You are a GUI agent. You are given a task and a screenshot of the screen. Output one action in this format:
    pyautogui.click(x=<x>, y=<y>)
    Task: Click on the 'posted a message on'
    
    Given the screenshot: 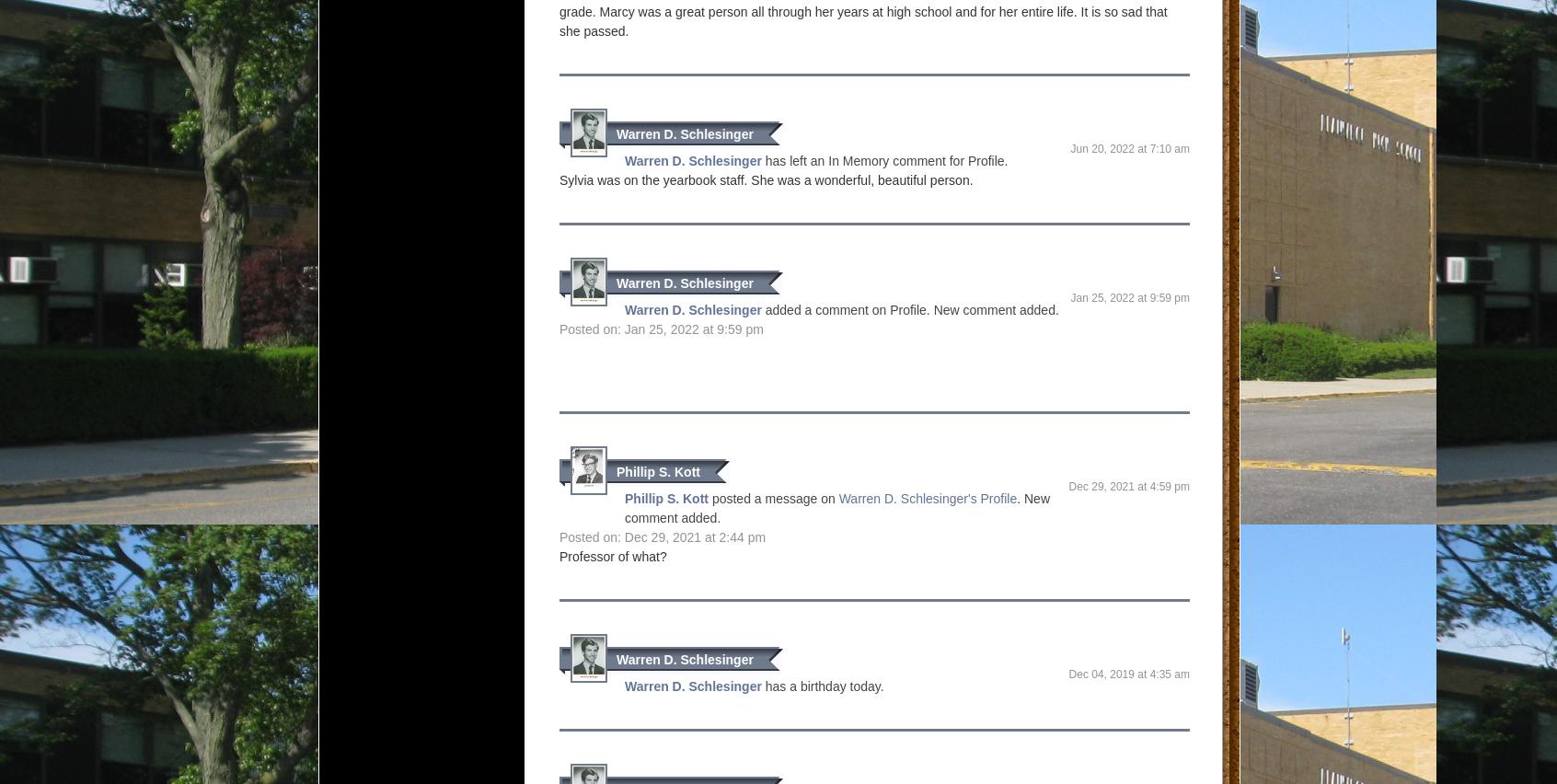 What is the action you would take?
    pyautogui.click(x=773, y=499)
    